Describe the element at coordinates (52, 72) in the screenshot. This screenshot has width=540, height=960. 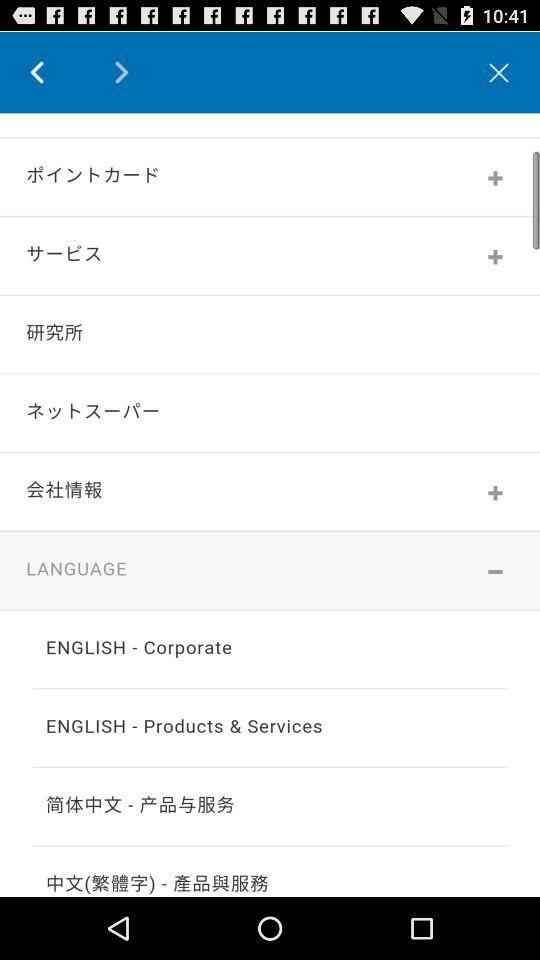
I see `previous page` at that location.